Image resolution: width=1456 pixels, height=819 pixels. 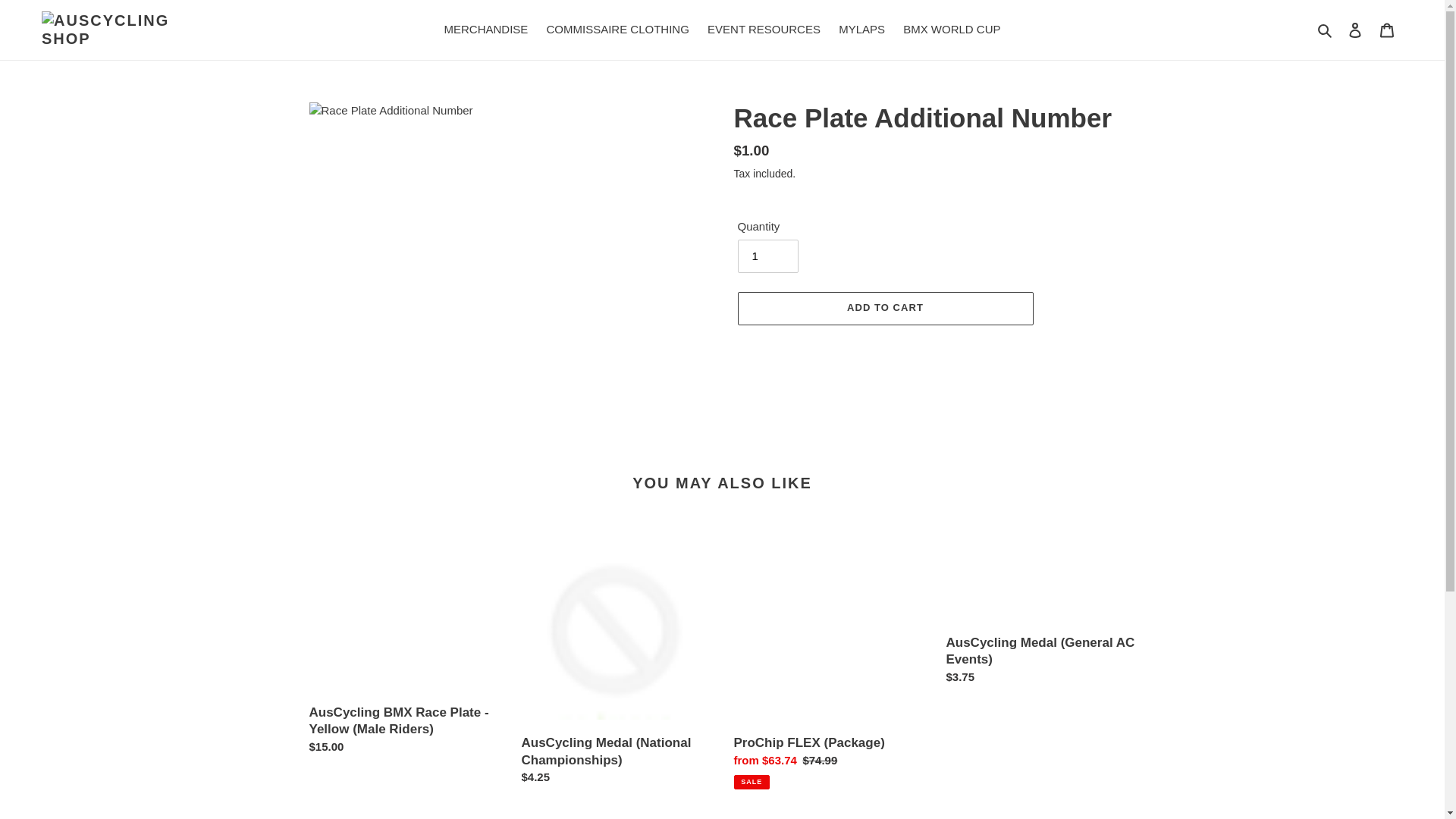 I want to click on 'Log in', so click(x=1339, y=30).